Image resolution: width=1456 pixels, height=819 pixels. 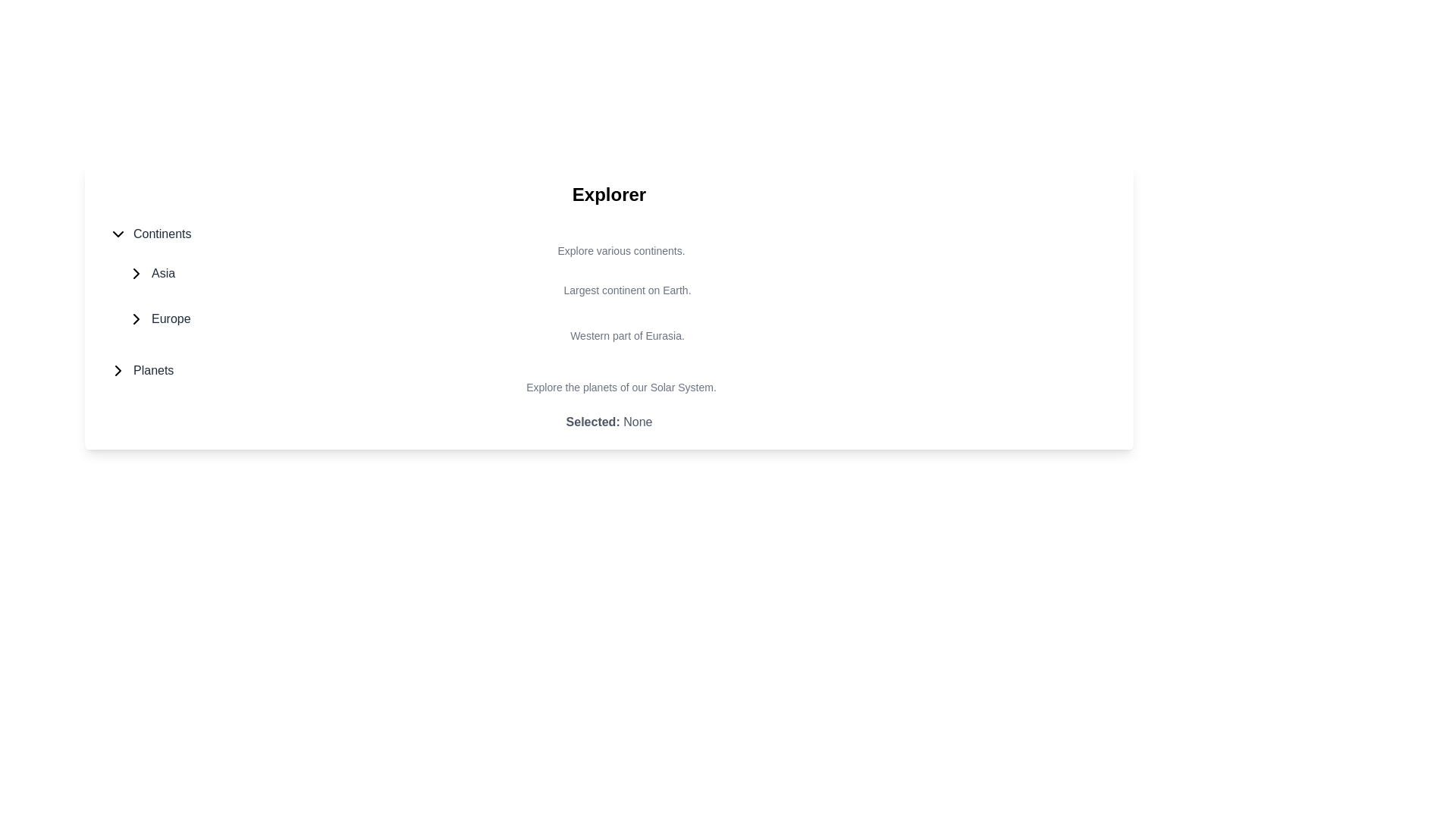 I want to click on the rightward-point arrow icon located to the left of the 'Planets' text, so click(x=118, y=371).